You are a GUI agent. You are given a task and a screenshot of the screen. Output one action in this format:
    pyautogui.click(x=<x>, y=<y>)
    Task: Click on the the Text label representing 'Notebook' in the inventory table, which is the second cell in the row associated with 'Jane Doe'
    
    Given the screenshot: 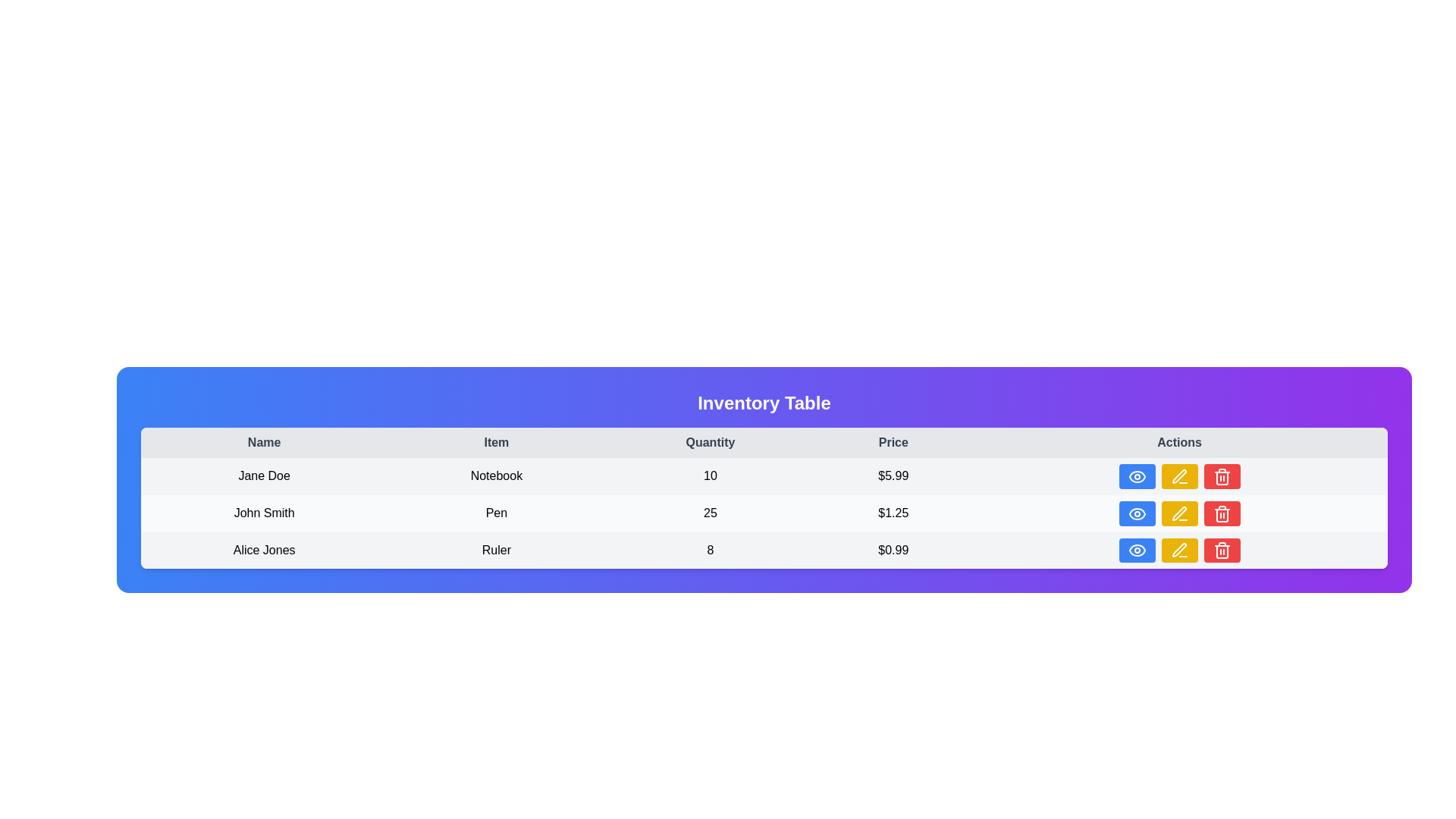 What is the action you would take?
    pyautogui.click(x=496, y=475)
    